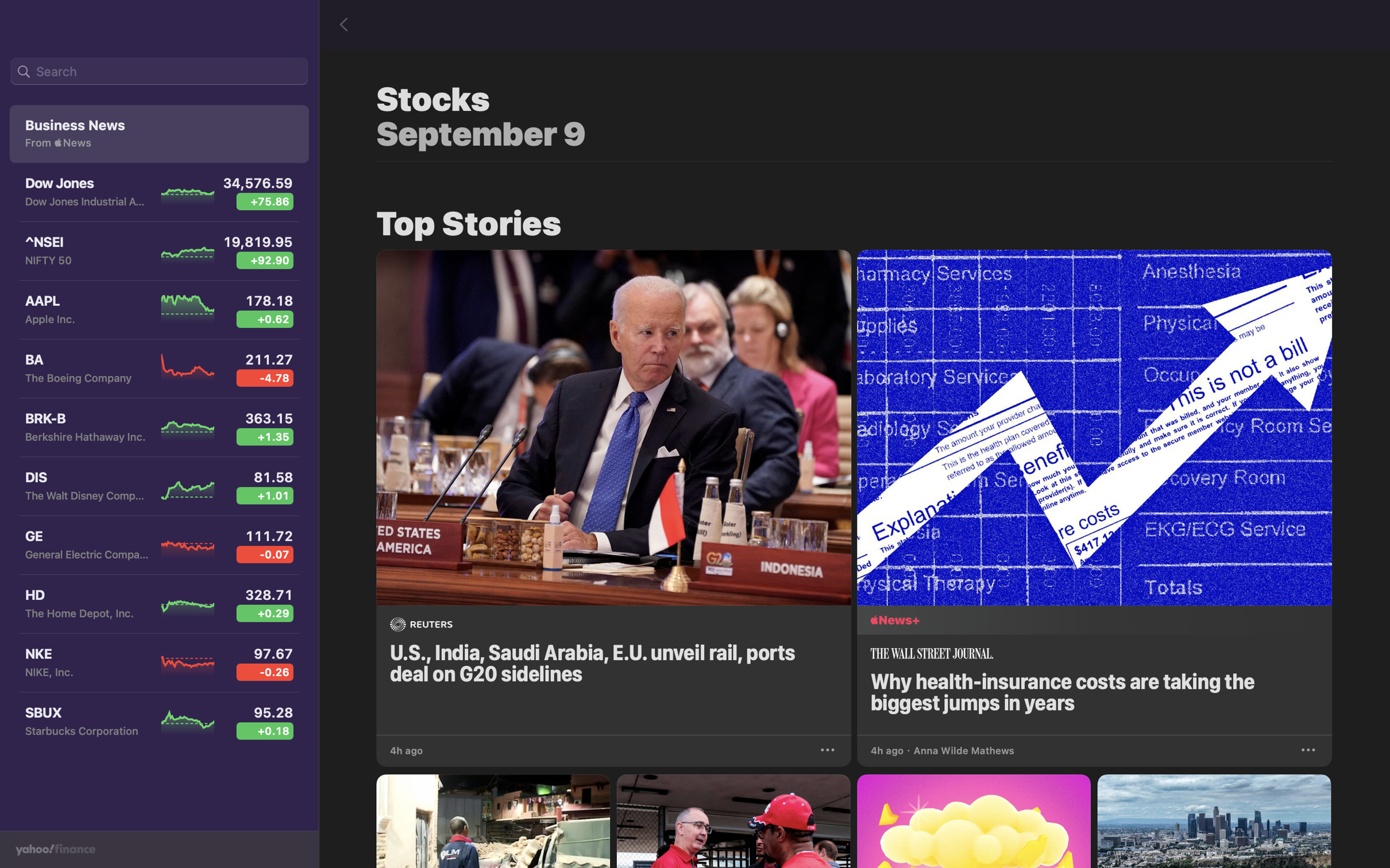 The width and height of the screenshot is (1390, 868). I want to click on the Home Depot stock to view more details, so click(156, 606).